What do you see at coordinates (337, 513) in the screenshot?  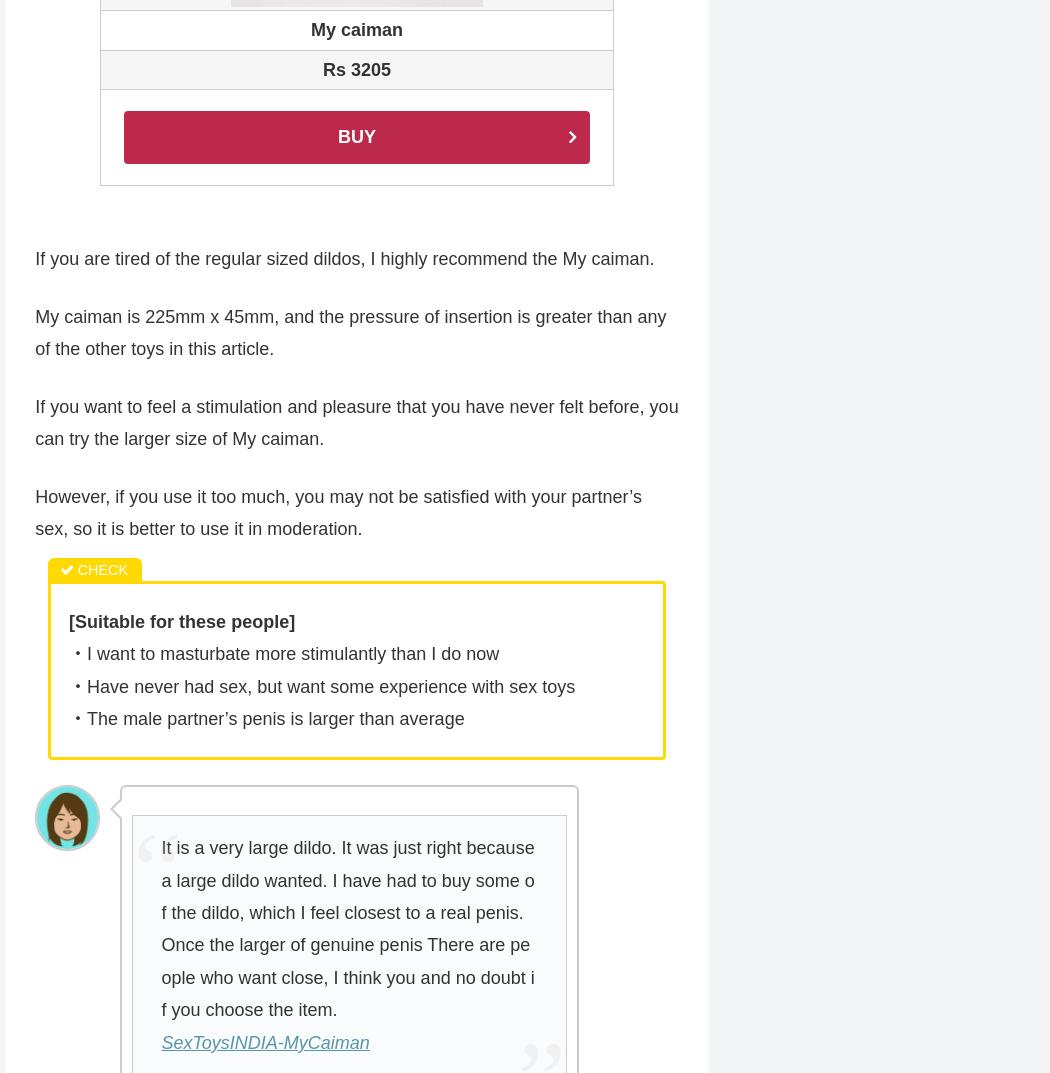 I see `'However, if you use it too much, you may not be satisfied with your partner’s sex, so it is better to use it in moderation.'` at bounding box center [337, 513].